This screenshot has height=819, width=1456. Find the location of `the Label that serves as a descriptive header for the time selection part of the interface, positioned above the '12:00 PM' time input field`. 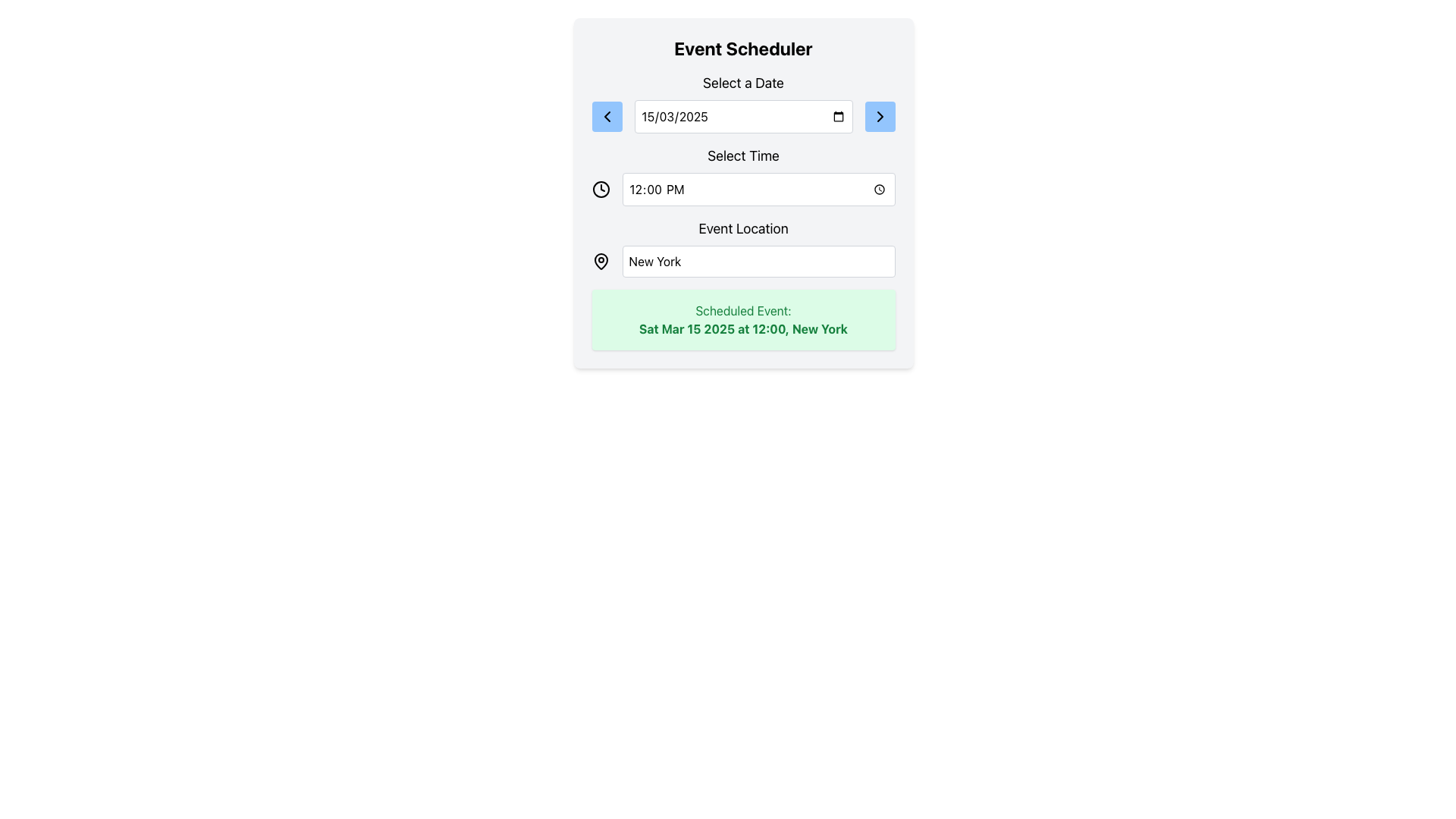

the Label that serves as a descriptive header for the time selection part of the interface, positioned above the '12:00 PM' time input field is located at coordinates (743, 155).